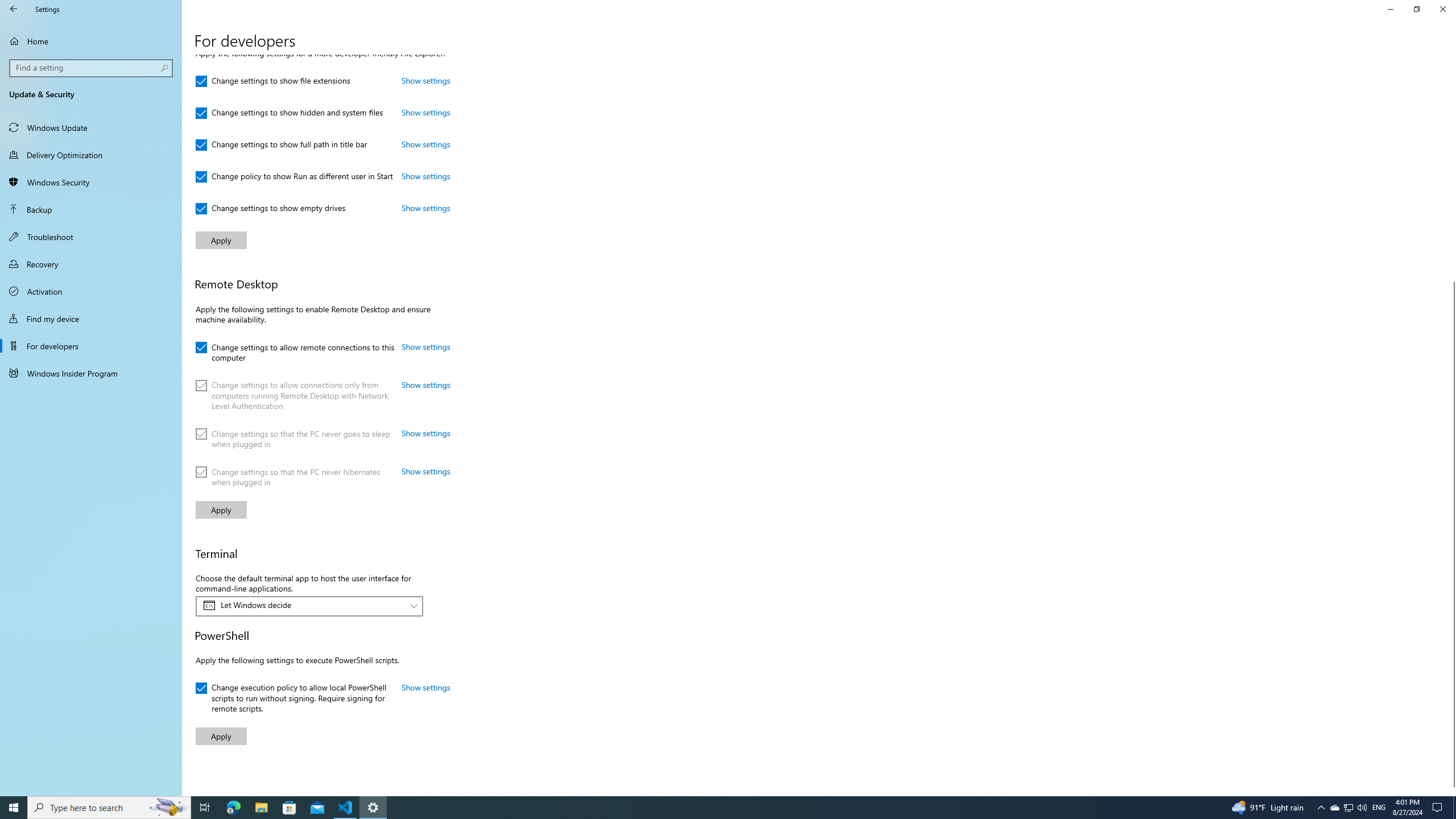 This screenshot has height=819, width=1456. I want to click on 'Home', so click(90, 41).